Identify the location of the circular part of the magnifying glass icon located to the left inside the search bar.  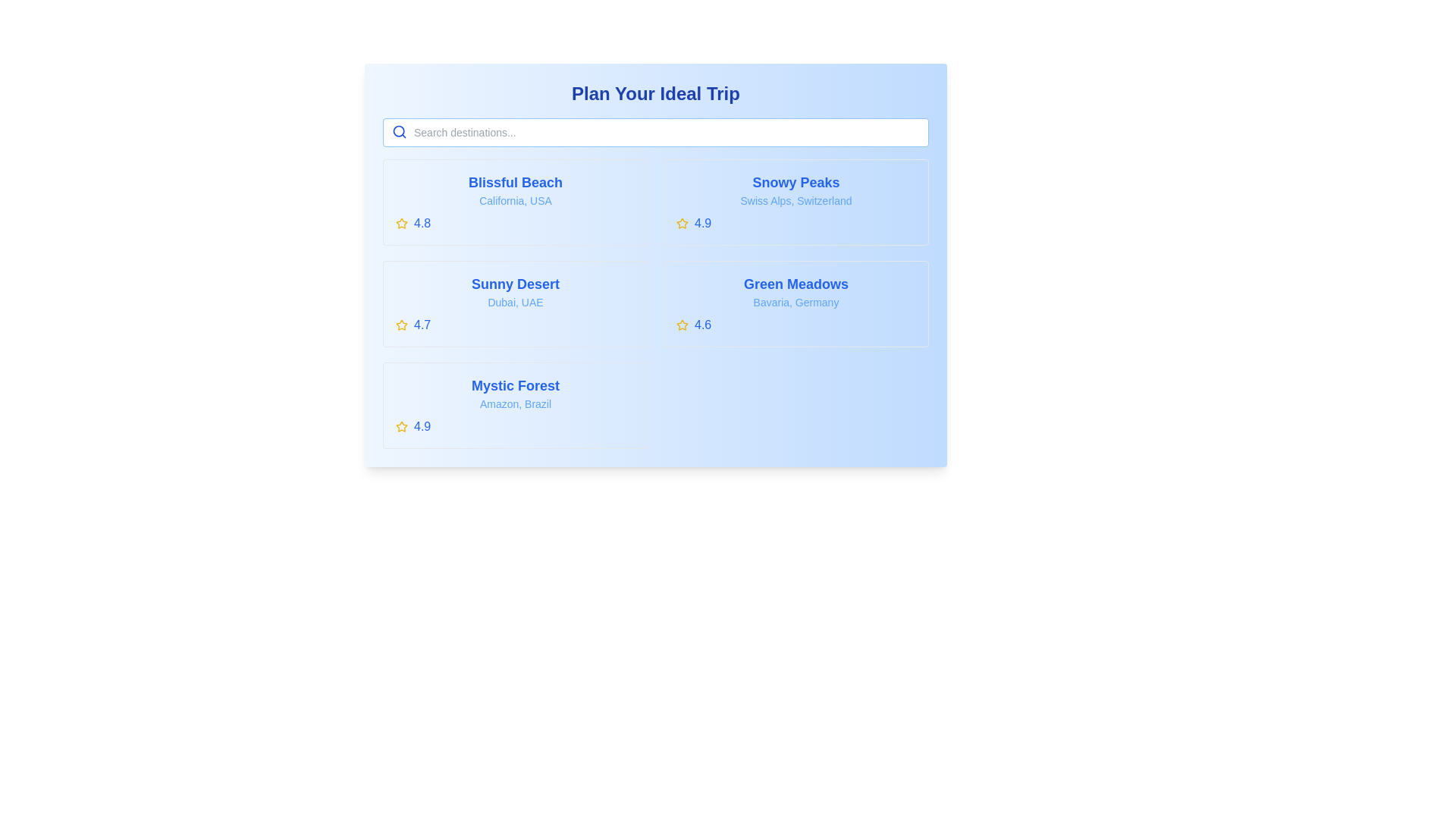
(399, 130).